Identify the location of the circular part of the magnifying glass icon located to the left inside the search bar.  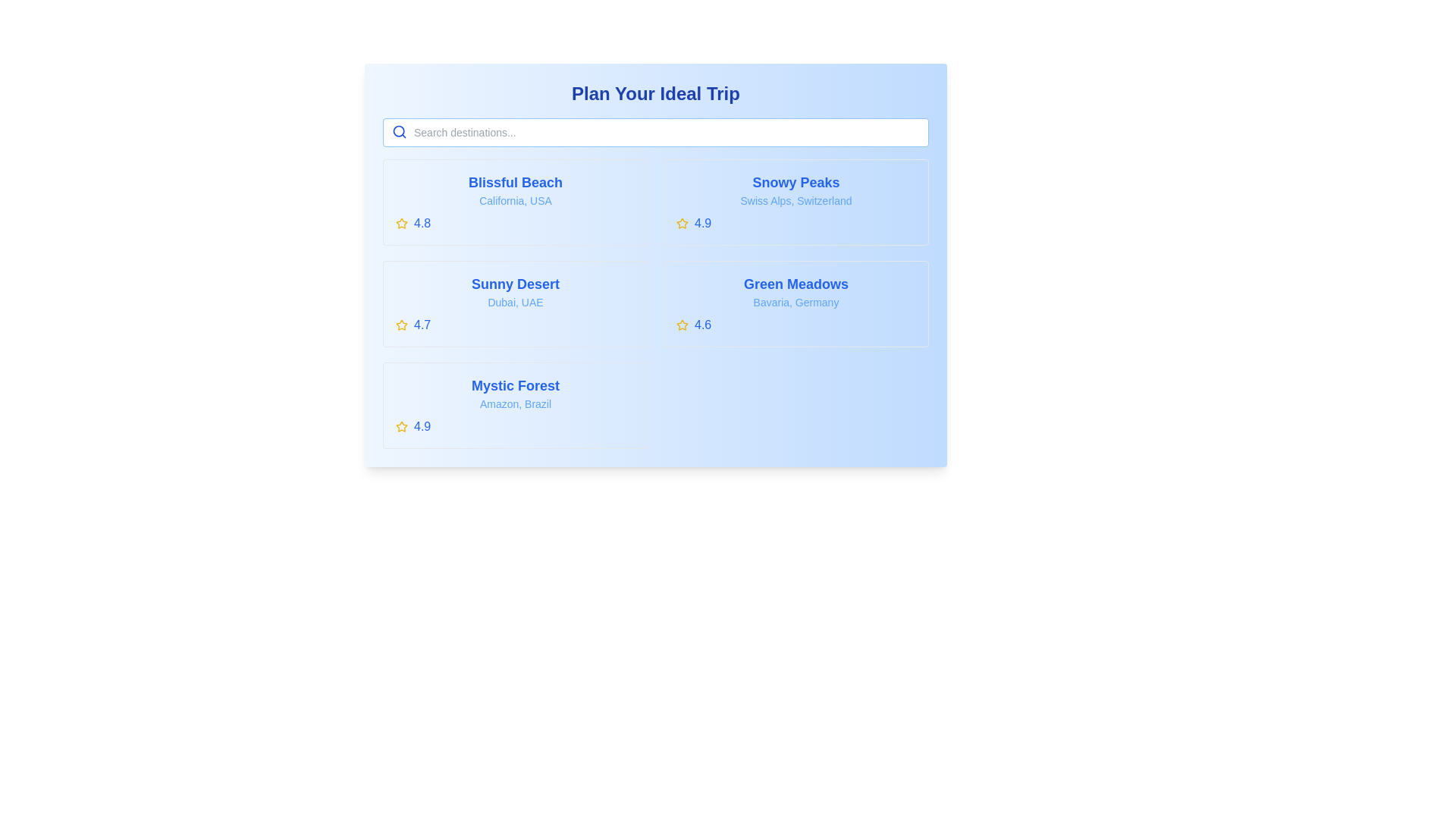
(399, 130).